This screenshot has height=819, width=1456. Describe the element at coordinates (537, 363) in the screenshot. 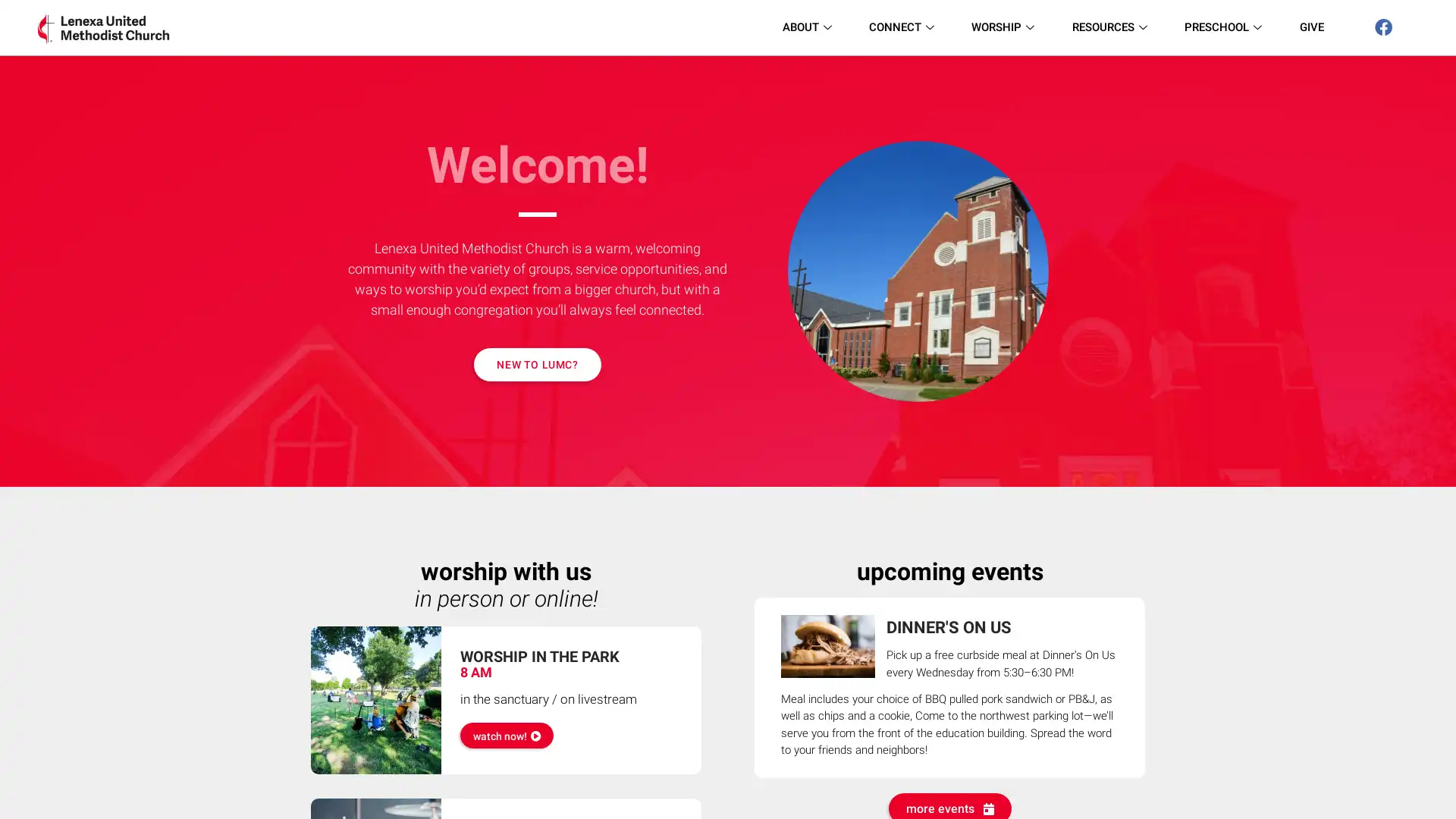

I see `NEW TO LUMC?` at that location.